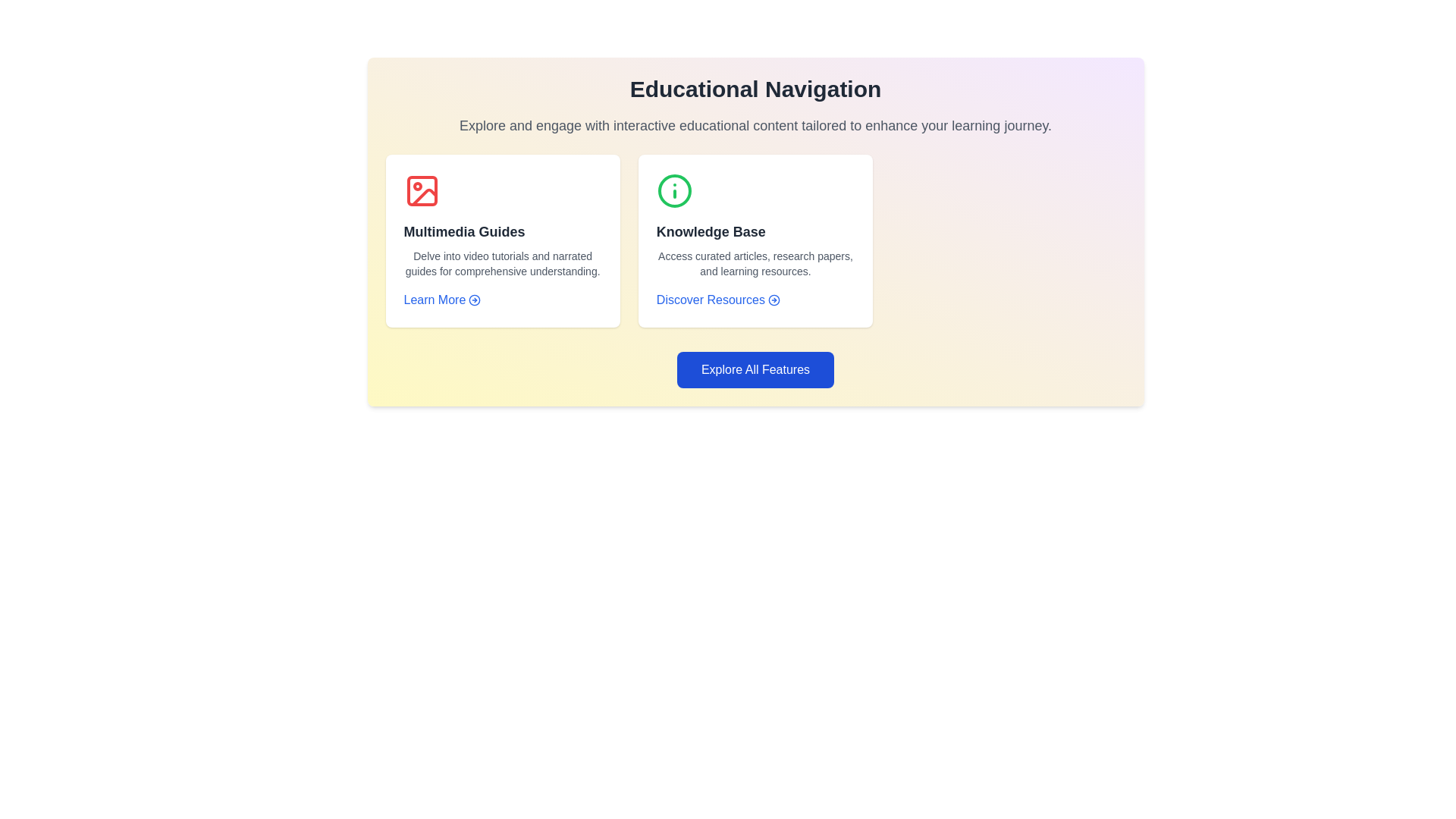 The height and width of the screenshot is (819, 1456). Describe the element at coordinates (474, 300) in the screenshot. I see `the SVG circle graphic element with a radius of 10 located in the center-right region of the 'Multimedia Guides' card` at that location.